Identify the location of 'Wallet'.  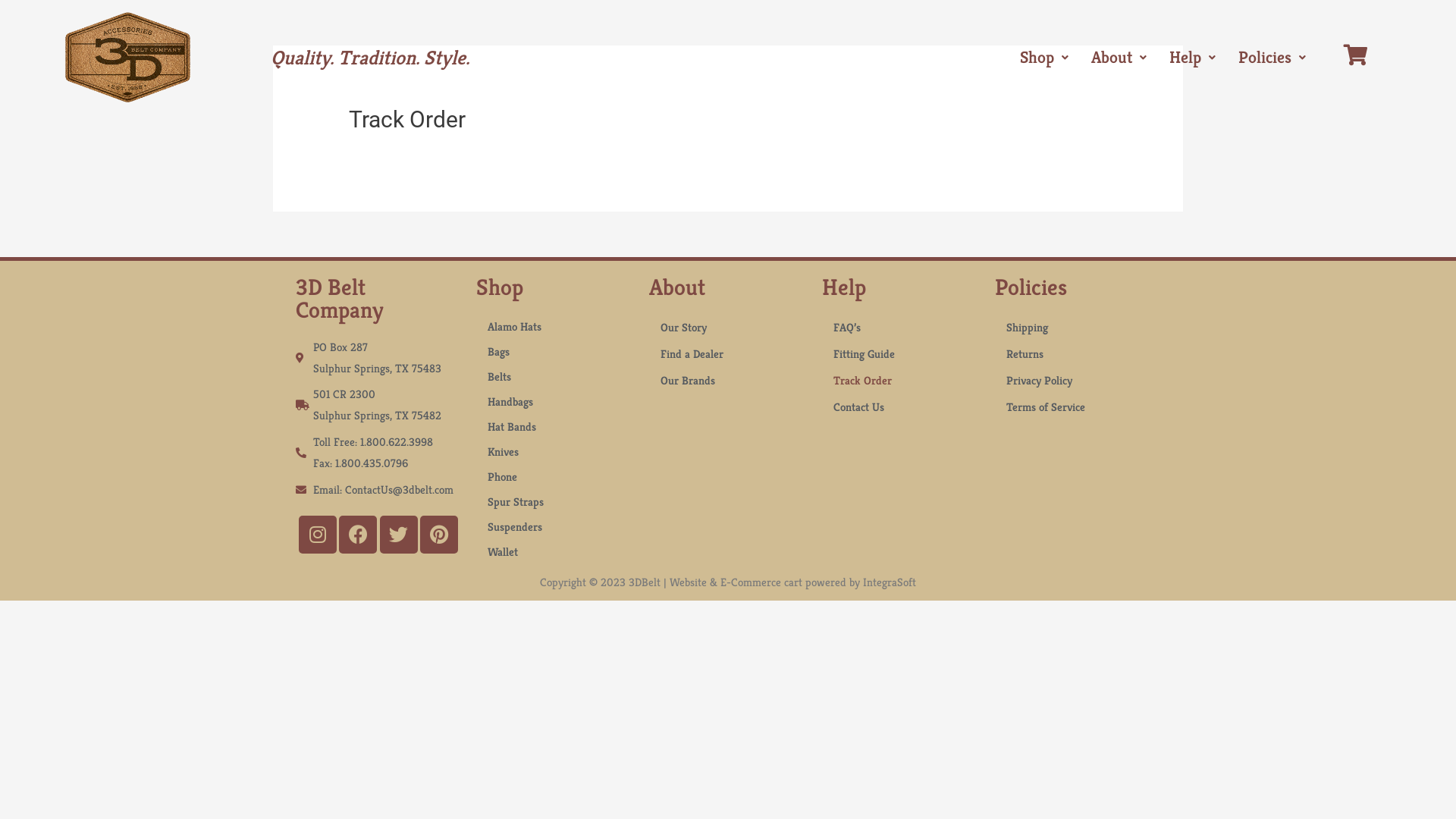
(475, 551).